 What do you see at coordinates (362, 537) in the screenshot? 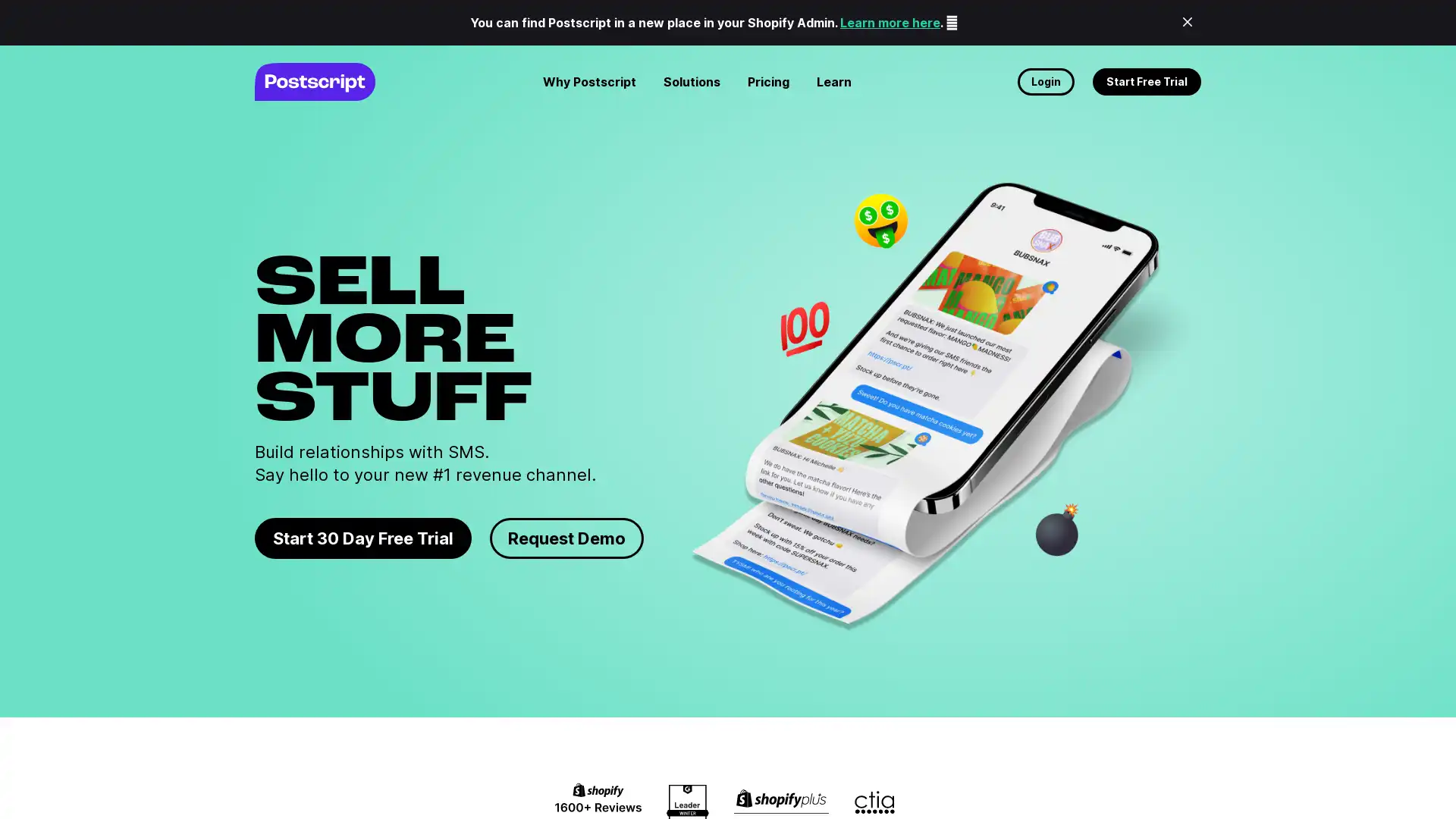
I see `Start 30 Day Free Trial` at bounding box center [362, 537].